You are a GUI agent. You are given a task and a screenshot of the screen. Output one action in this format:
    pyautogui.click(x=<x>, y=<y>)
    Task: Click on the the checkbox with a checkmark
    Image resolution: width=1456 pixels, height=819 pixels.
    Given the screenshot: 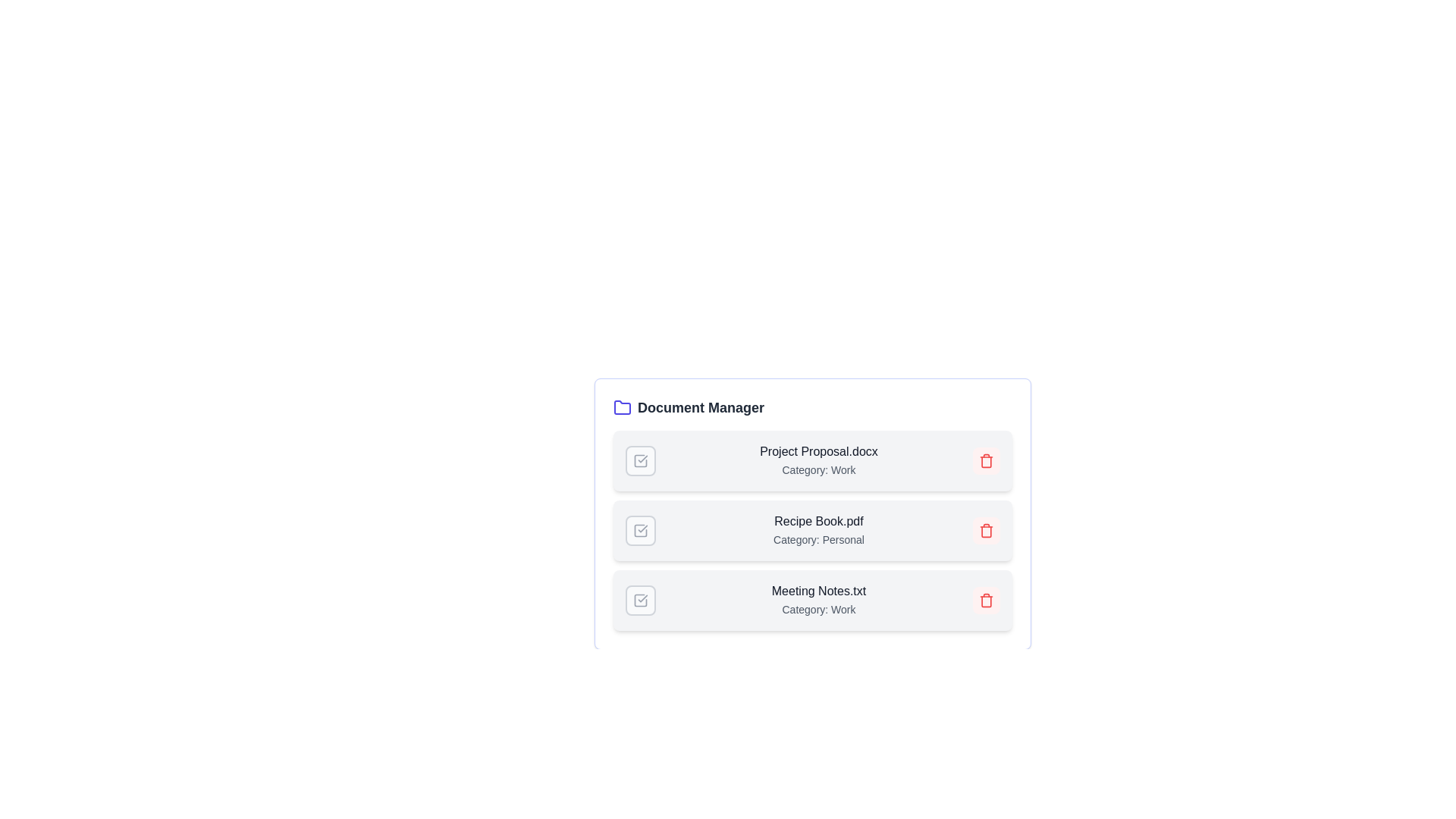 What is the action you would take?
    pyautogui.click(x=640, y=599)
    